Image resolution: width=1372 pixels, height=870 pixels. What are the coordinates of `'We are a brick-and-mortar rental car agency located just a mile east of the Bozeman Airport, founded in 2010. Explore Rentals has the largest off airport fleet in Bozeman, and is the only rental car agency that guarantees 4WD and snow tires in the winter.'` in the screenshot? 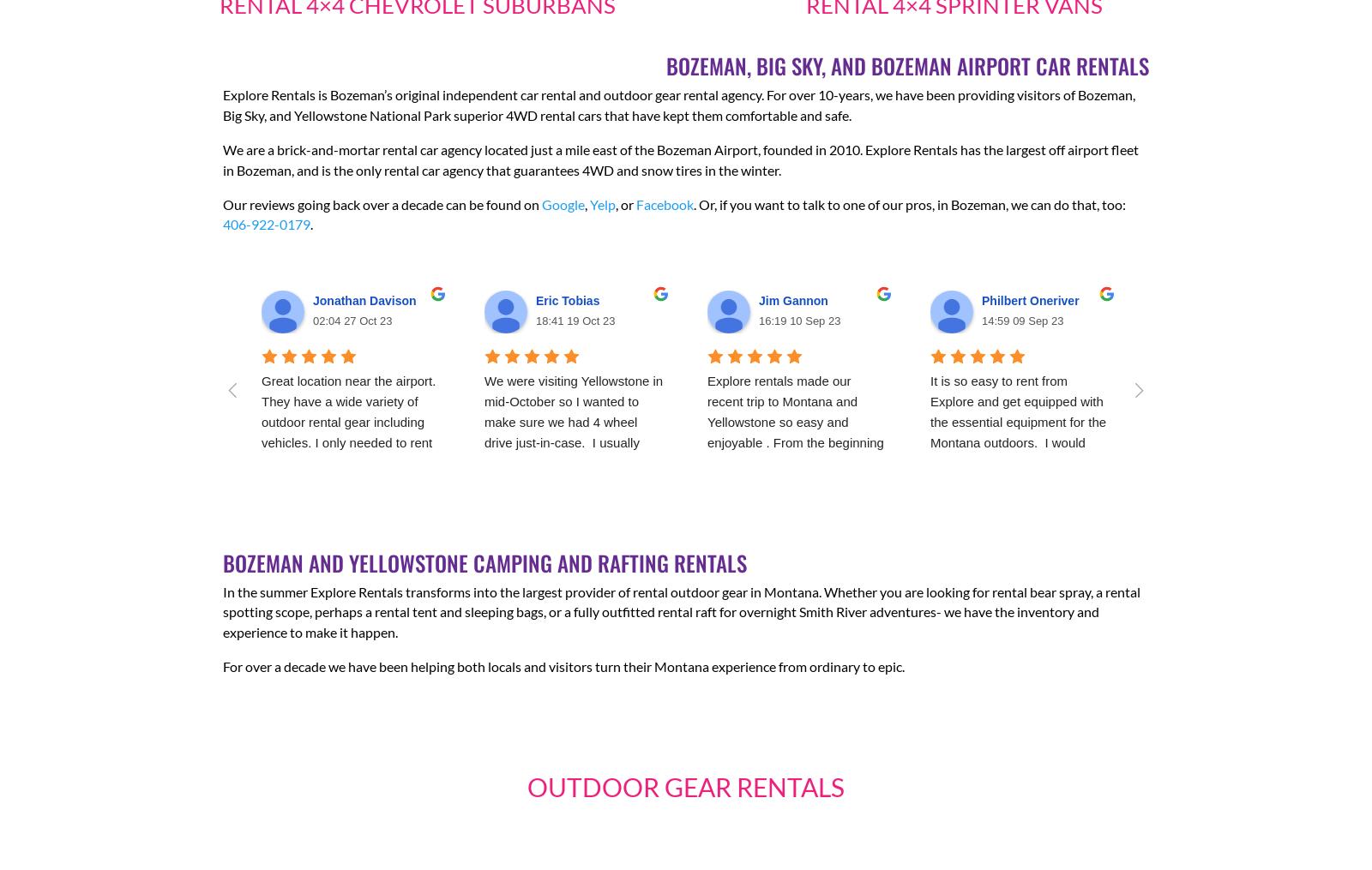 It's located at (223, 159).